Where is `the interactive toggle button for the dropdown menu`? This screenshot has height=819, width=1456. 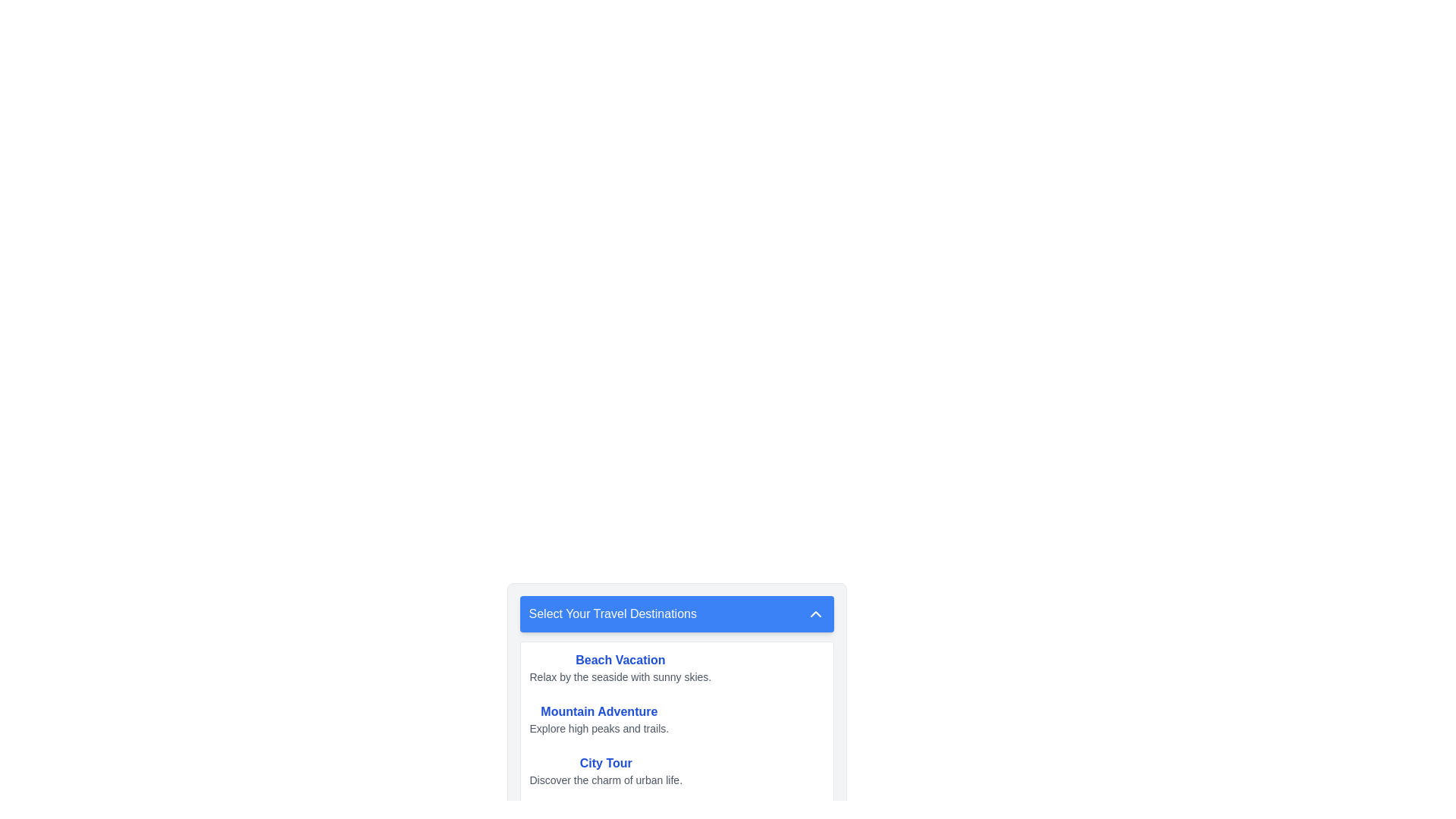 the interactive toggle button for the dropdown menu is located at coordinates (676, 614).